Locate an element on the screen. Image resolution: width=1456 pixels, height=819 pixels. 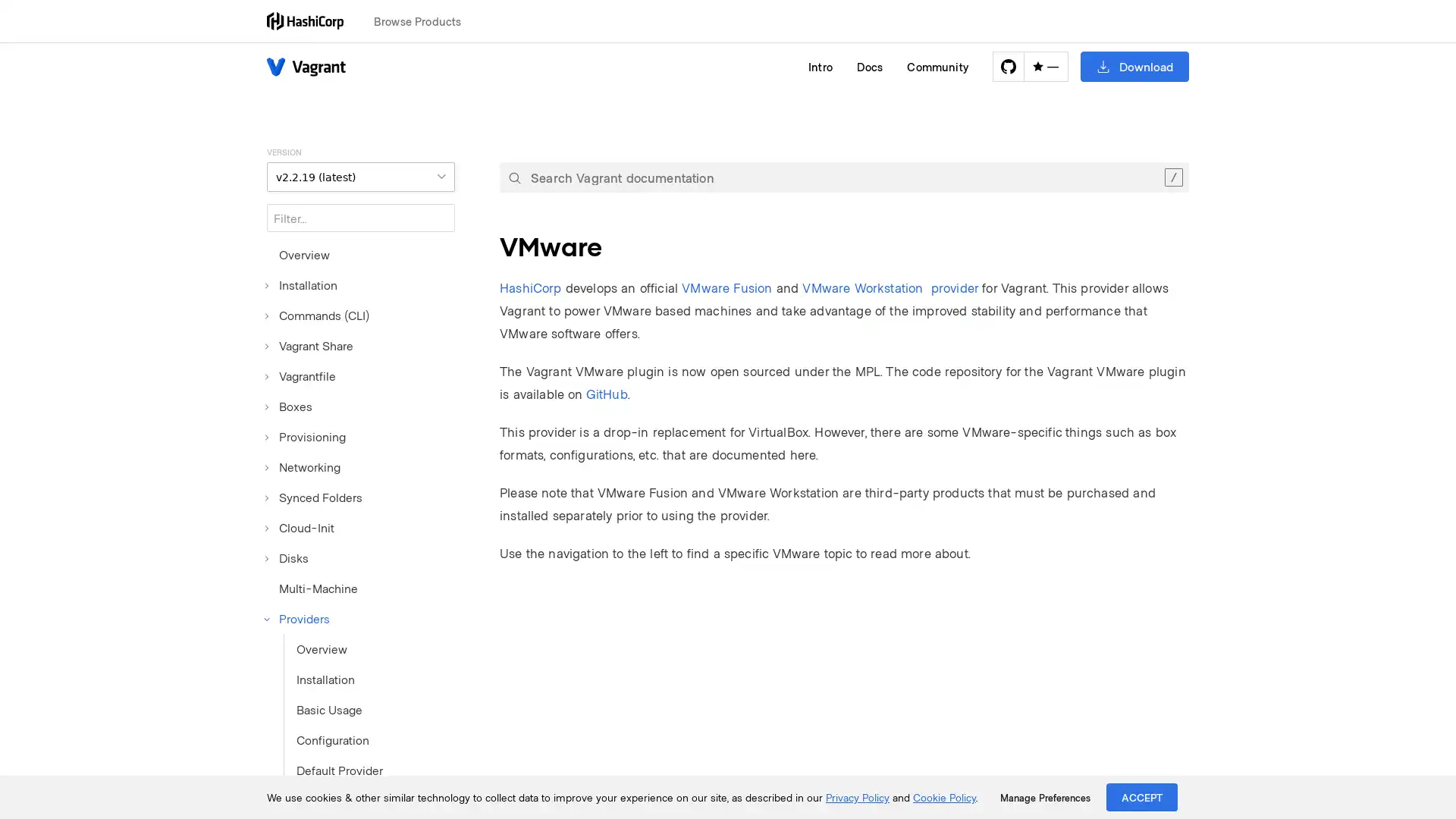
Cloud-Init is located at coordinates (300, 526).